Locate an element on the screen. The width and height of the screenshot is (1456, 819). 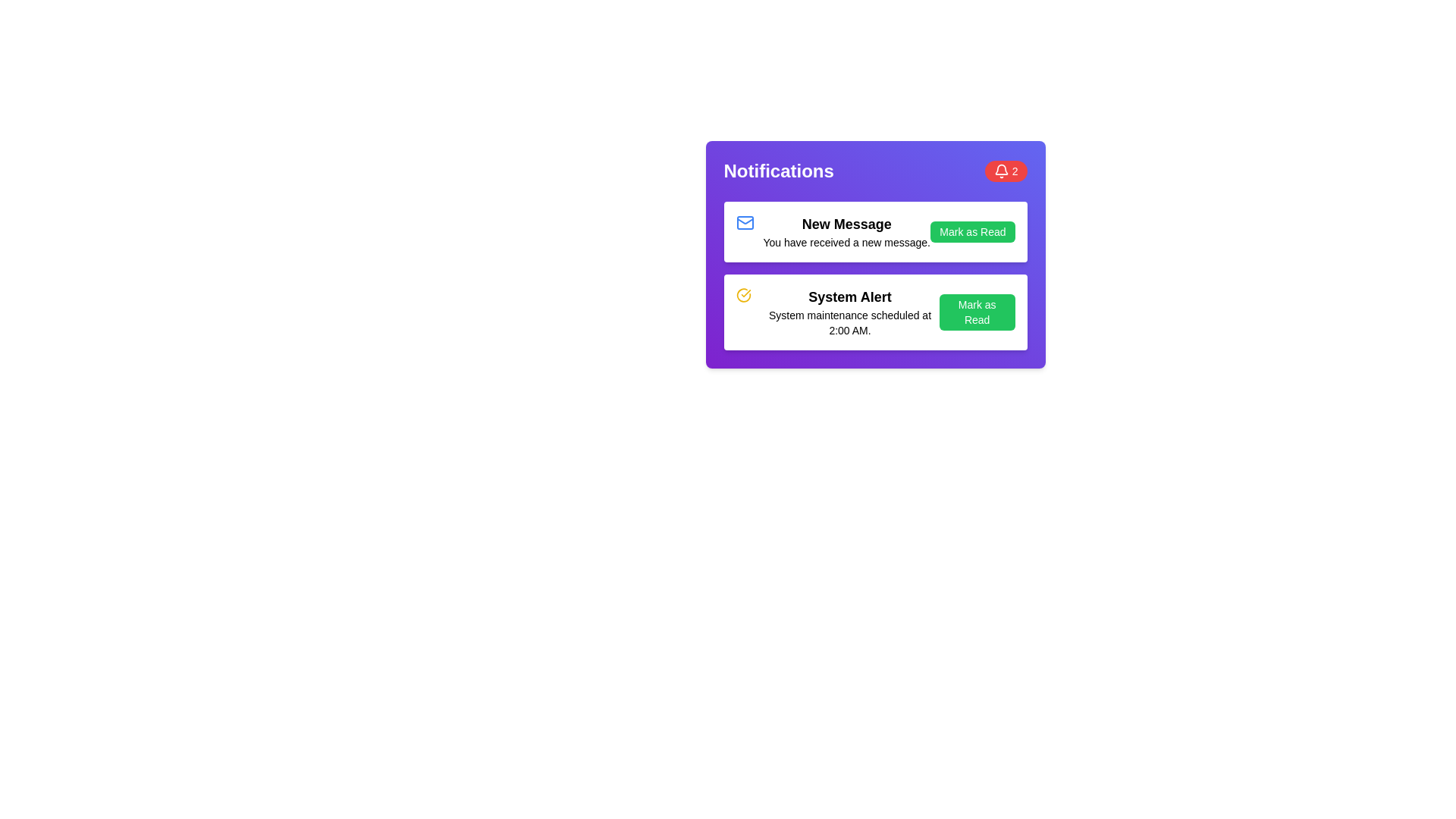
the static icon indicating a successfully processed or verified system event in the 'System Alert' notification row is located at coordinates (743, 295).